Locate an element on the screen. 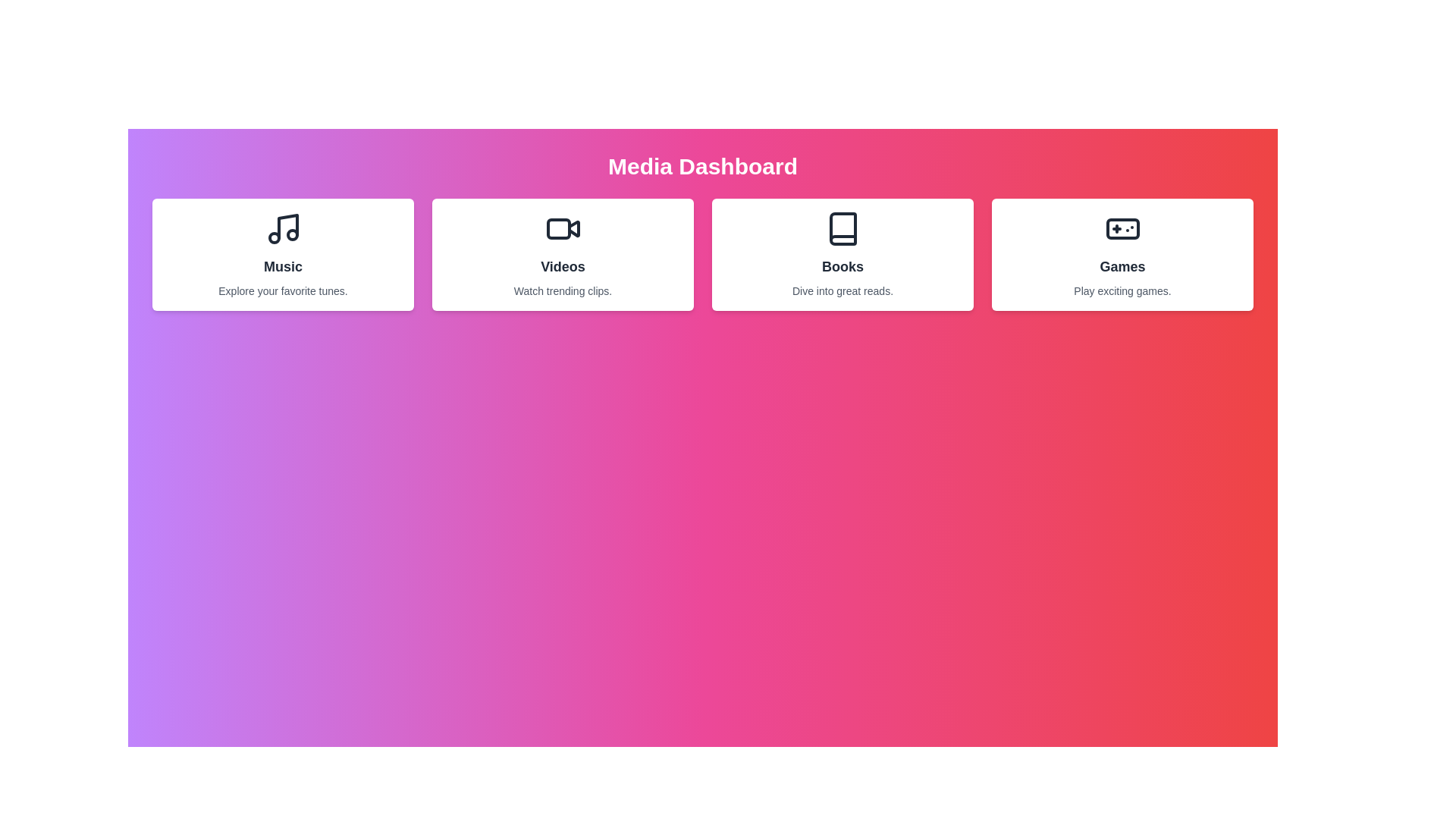  centered bold text element displaying 'Media Dashboard' in 3XL font size, located in the header section above the grid of features is located at coordinates (701, 166).